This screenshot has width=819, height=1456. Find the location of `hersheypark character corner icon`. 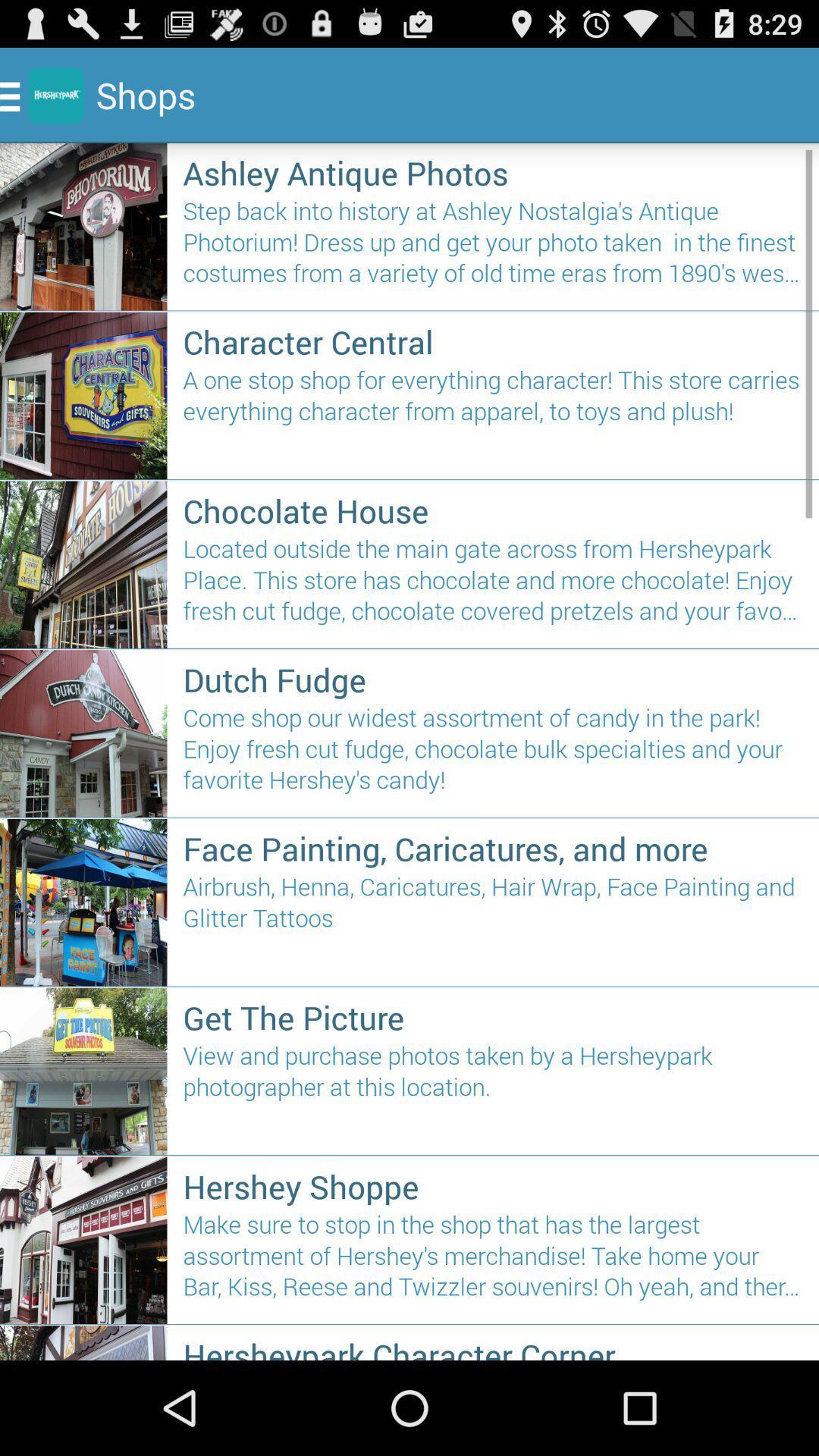

hersheypark character corner icon is located at coordinates (493, 1347).